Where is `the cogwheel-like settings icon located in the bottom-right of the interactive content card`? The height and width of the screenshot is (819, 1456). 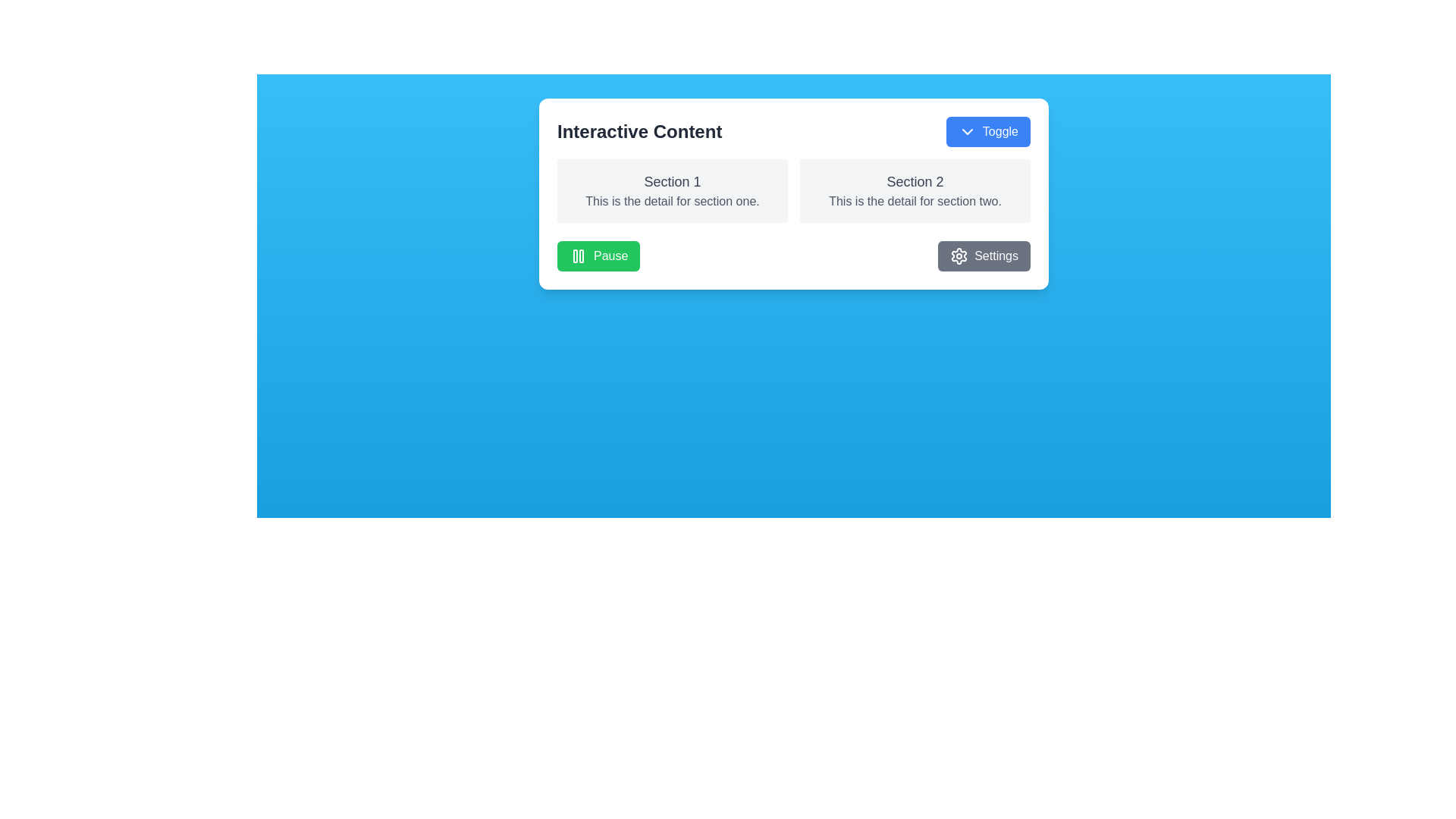 the cogwheel-like settings icon located in the bottom-right of the interactive content card is located at coordinates (959, 256).